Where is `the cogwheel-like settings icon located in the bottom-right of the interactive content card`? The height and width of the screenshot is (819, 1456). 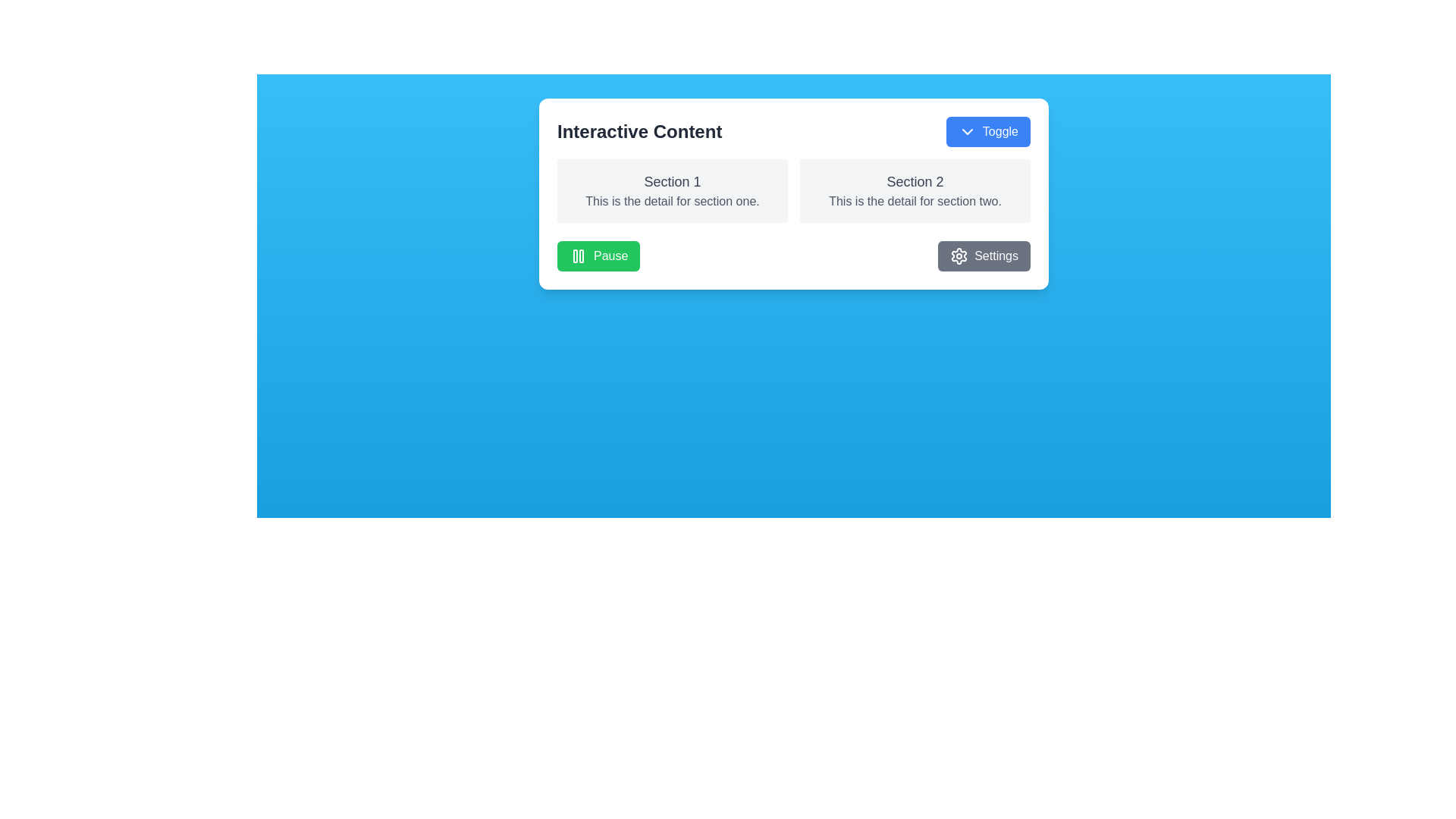 the cogwheel-like settings icon located in the bottom-right of the interactive content card is located at coordinates (959, 256).